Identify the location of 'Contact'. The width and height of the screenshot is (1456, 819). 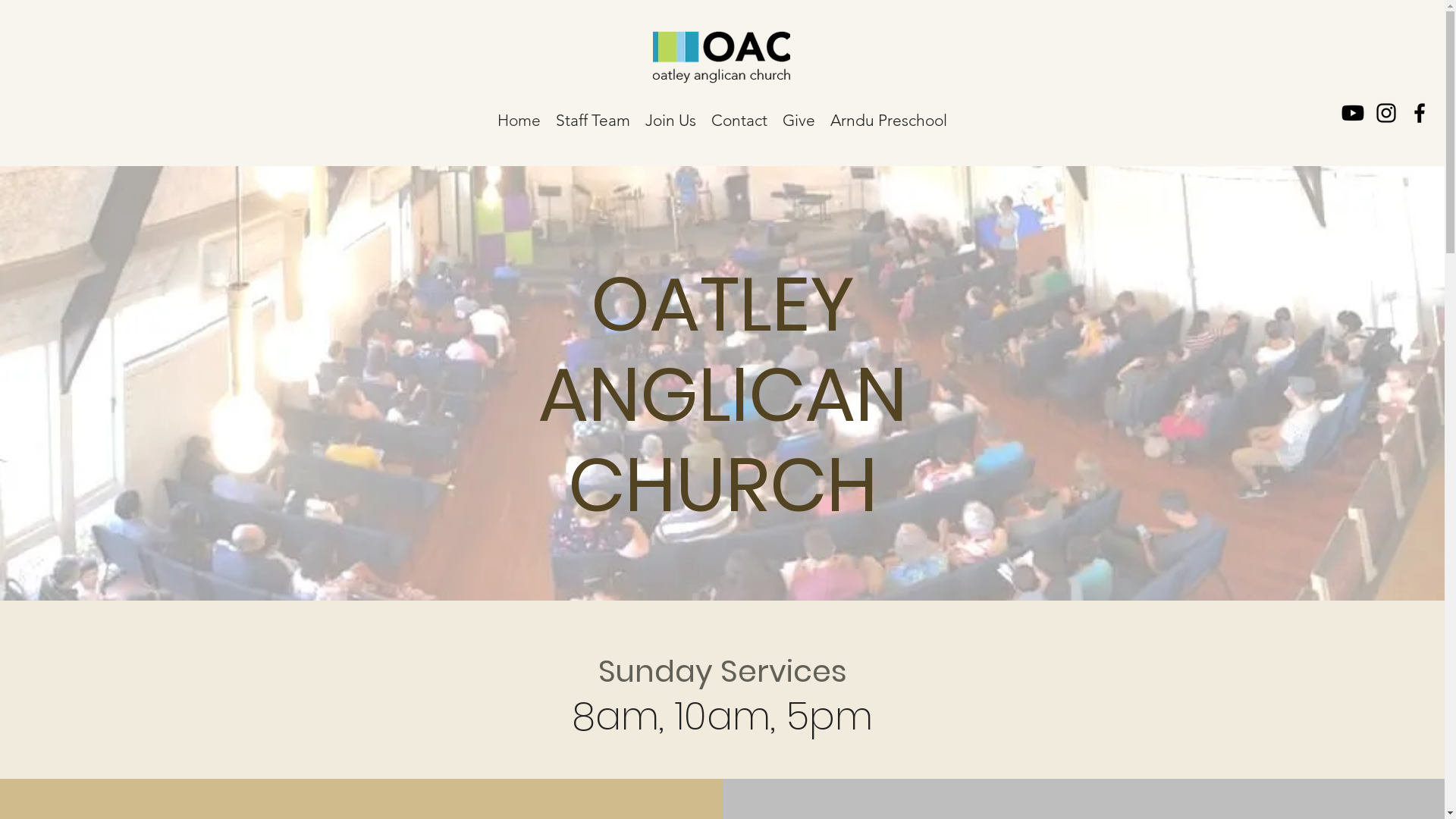
(702, 116).